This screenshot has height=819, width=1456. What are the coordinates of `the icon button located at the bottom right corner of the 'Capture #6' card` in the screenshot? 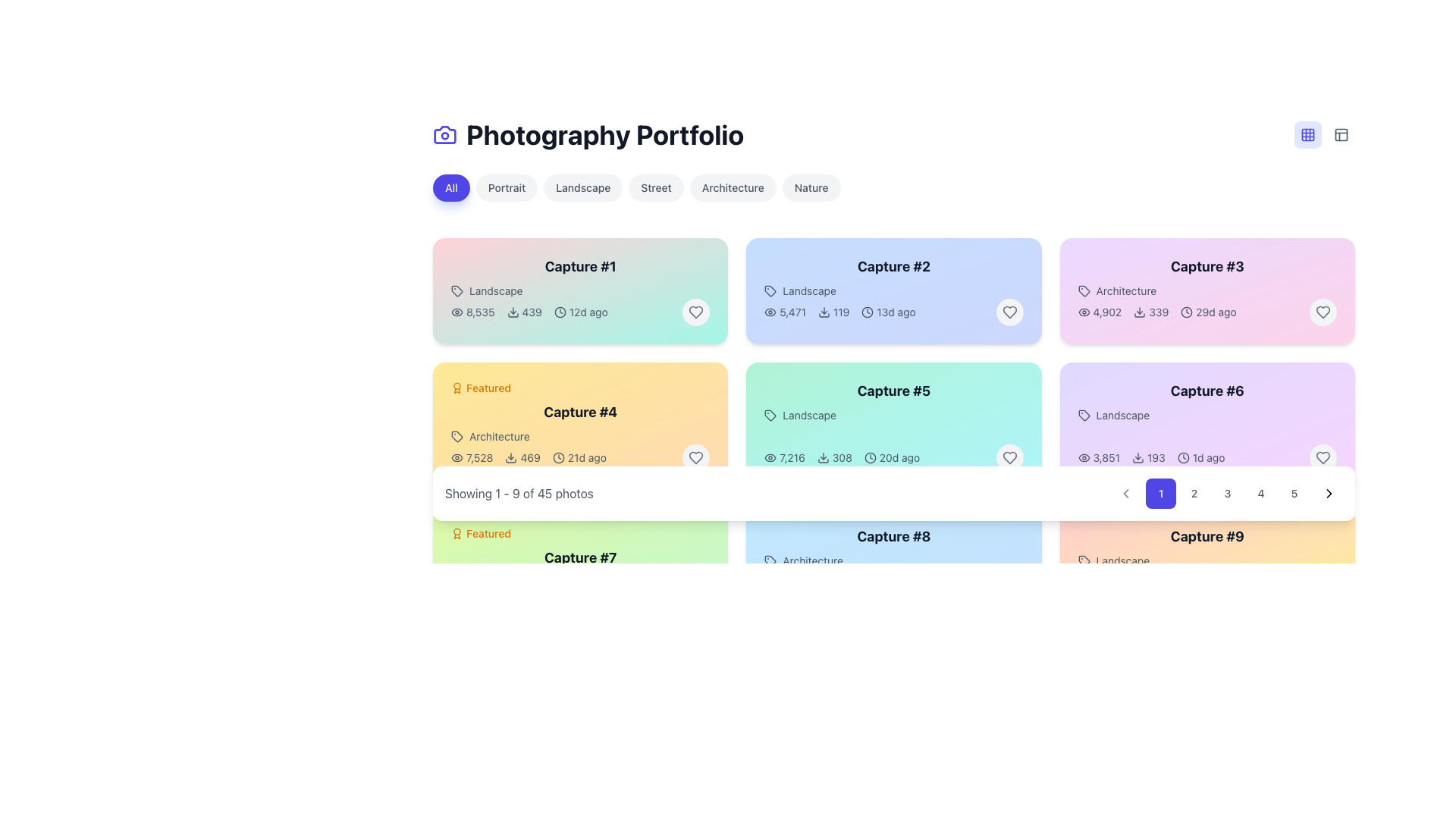 It's located at (1323, 457).